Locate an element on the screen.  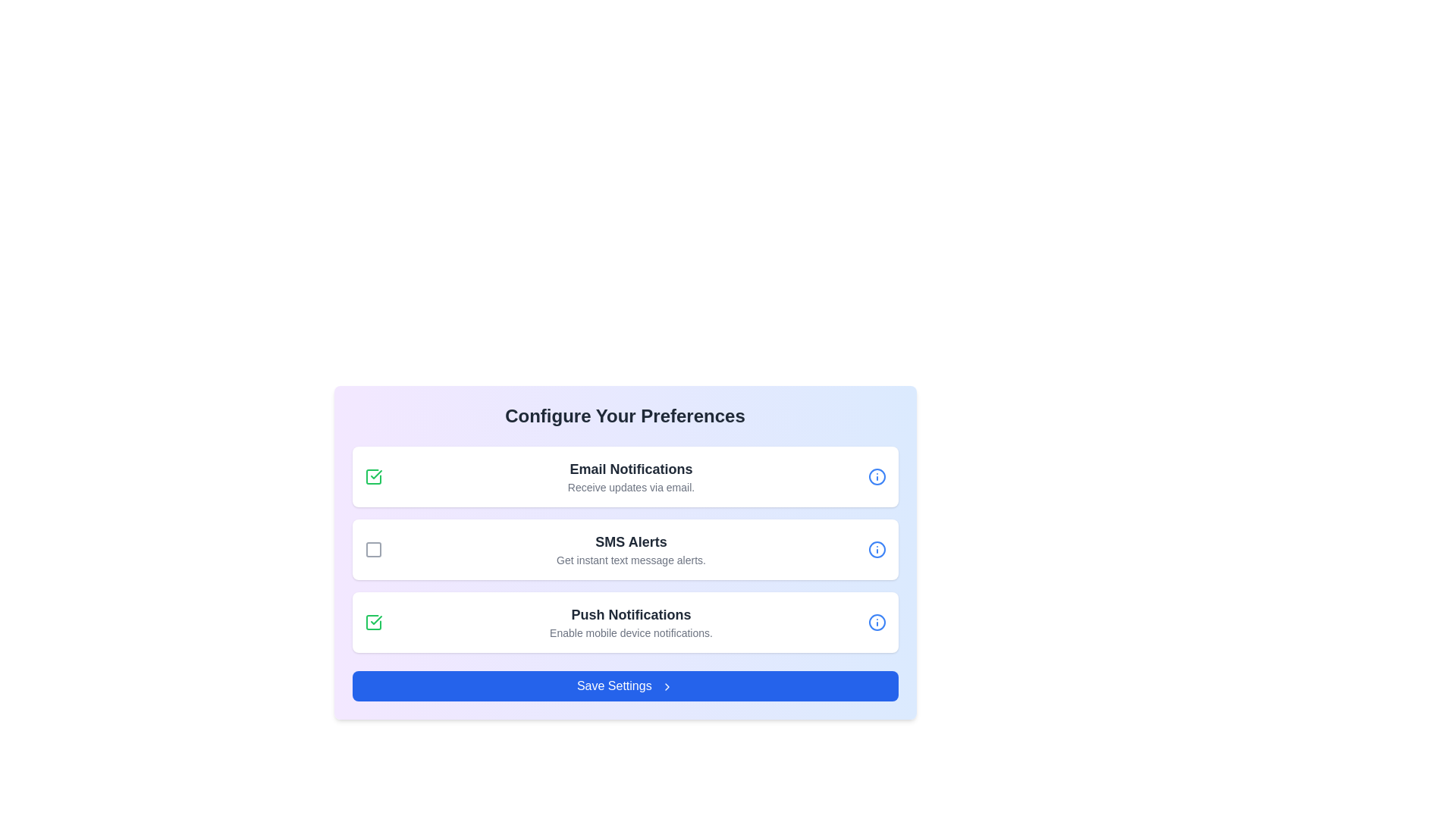
the informational icon located in the top-right corner of the 'SMS Alerts' section is located at coordinates (877, 550).